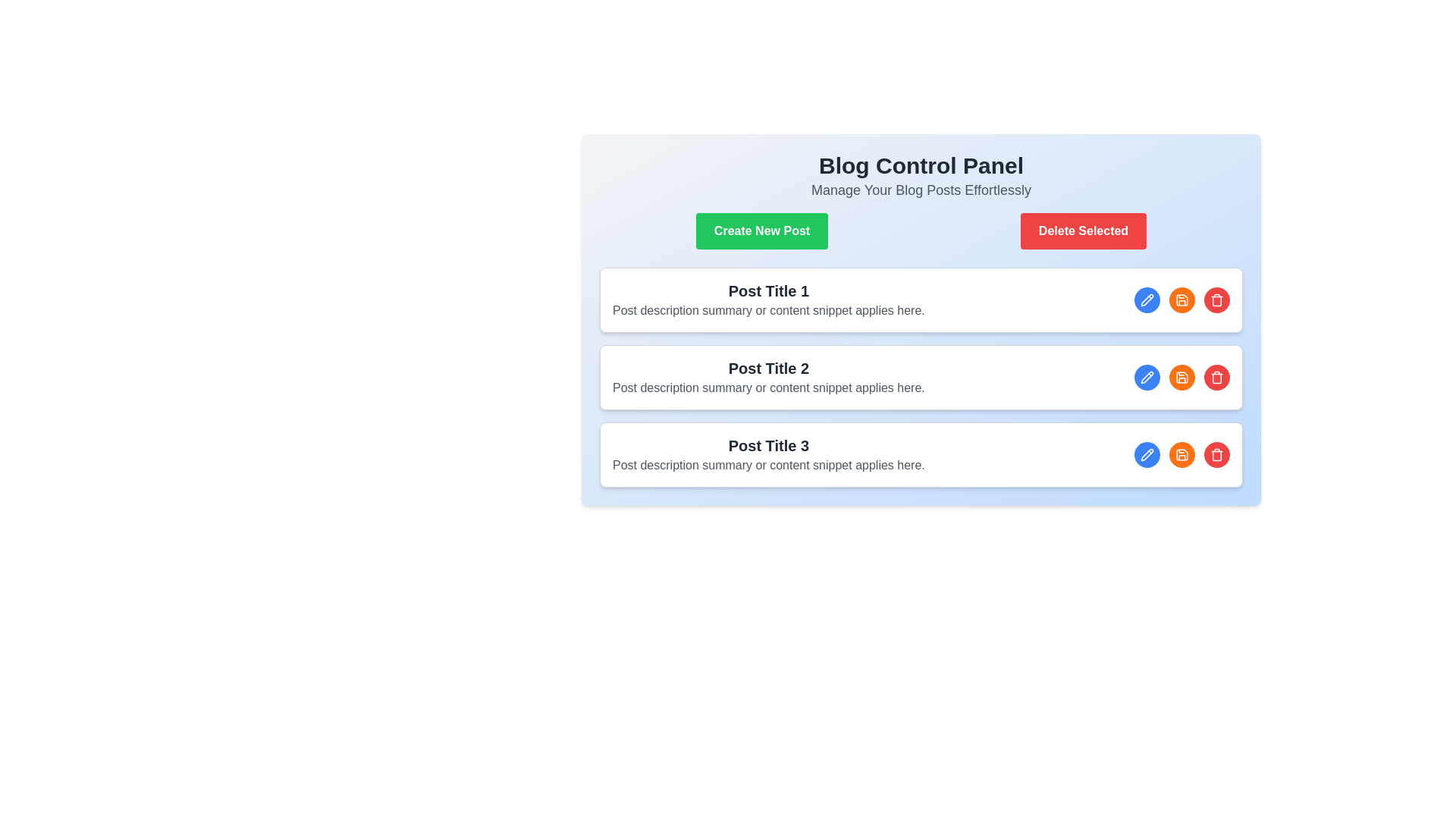  Describe the element at coordinates (1181, 300) in the screenshot. I see `the floppy disk icon in the action bar for 'Post Title 2'` at that location.